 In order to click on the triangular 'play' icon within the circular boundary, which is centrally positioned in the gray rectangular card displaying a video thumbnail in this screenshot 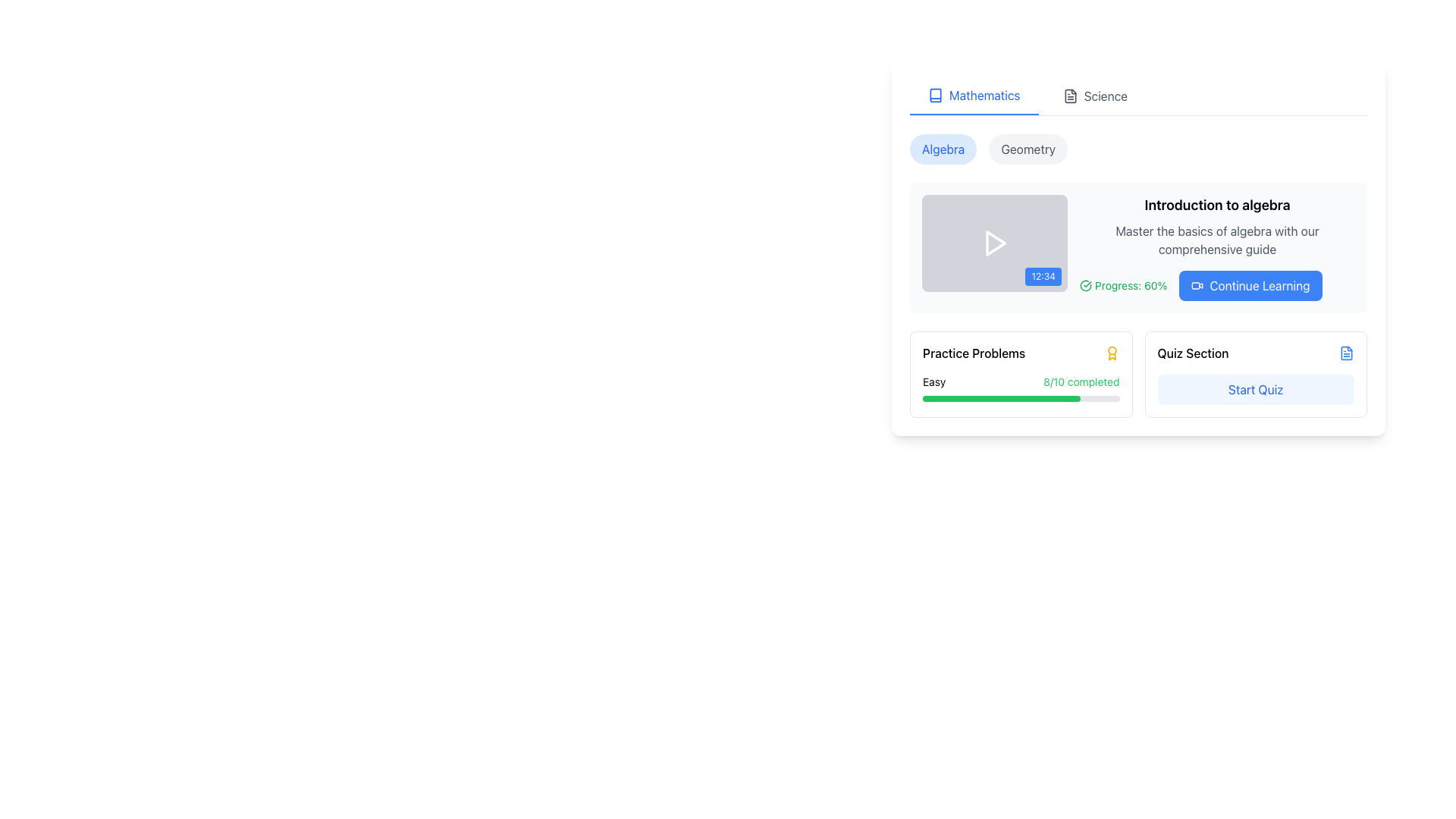, I will do `click(994, 242)`.